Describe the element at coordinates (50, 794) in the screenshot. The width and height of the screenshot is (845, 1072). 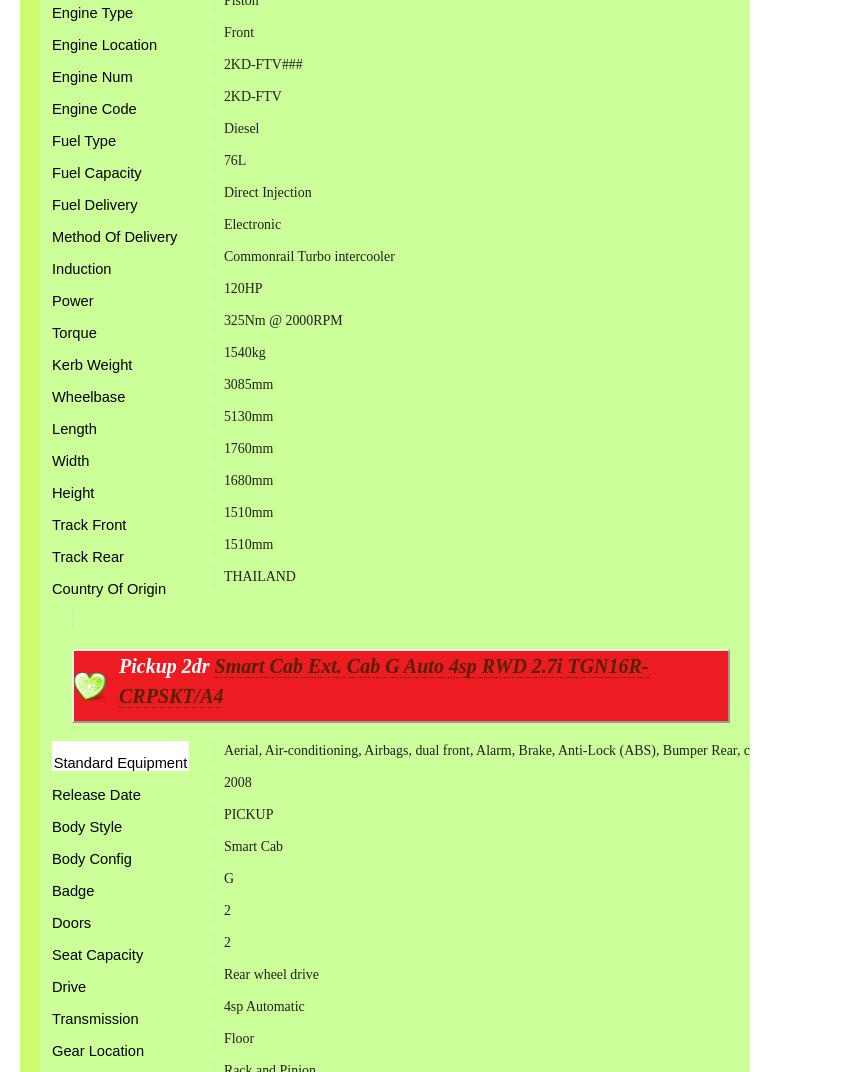
I see `'Release Date'` at that location.